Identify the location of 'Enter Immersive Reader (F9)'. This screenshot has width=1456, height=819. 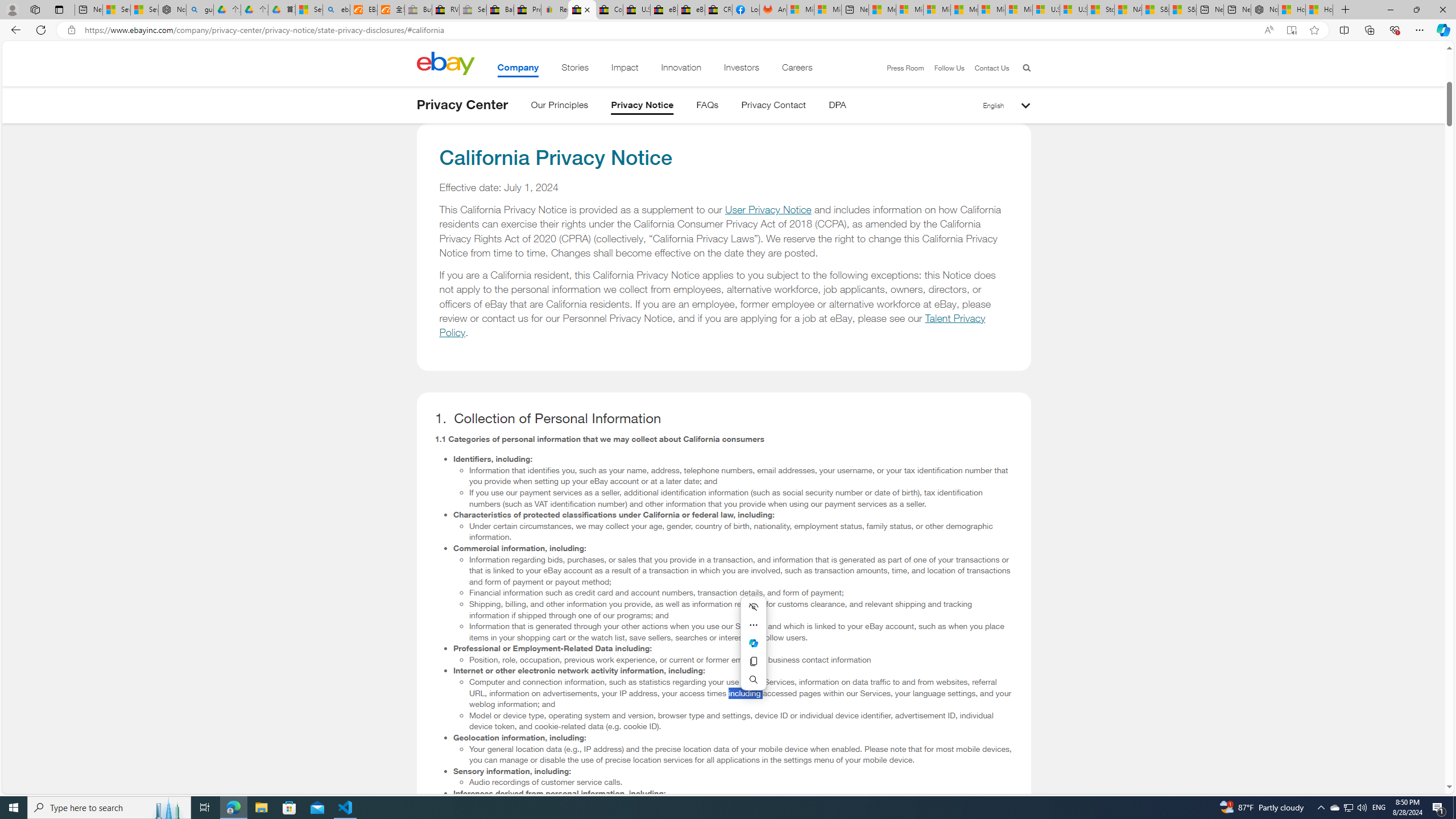
(1291, 30).